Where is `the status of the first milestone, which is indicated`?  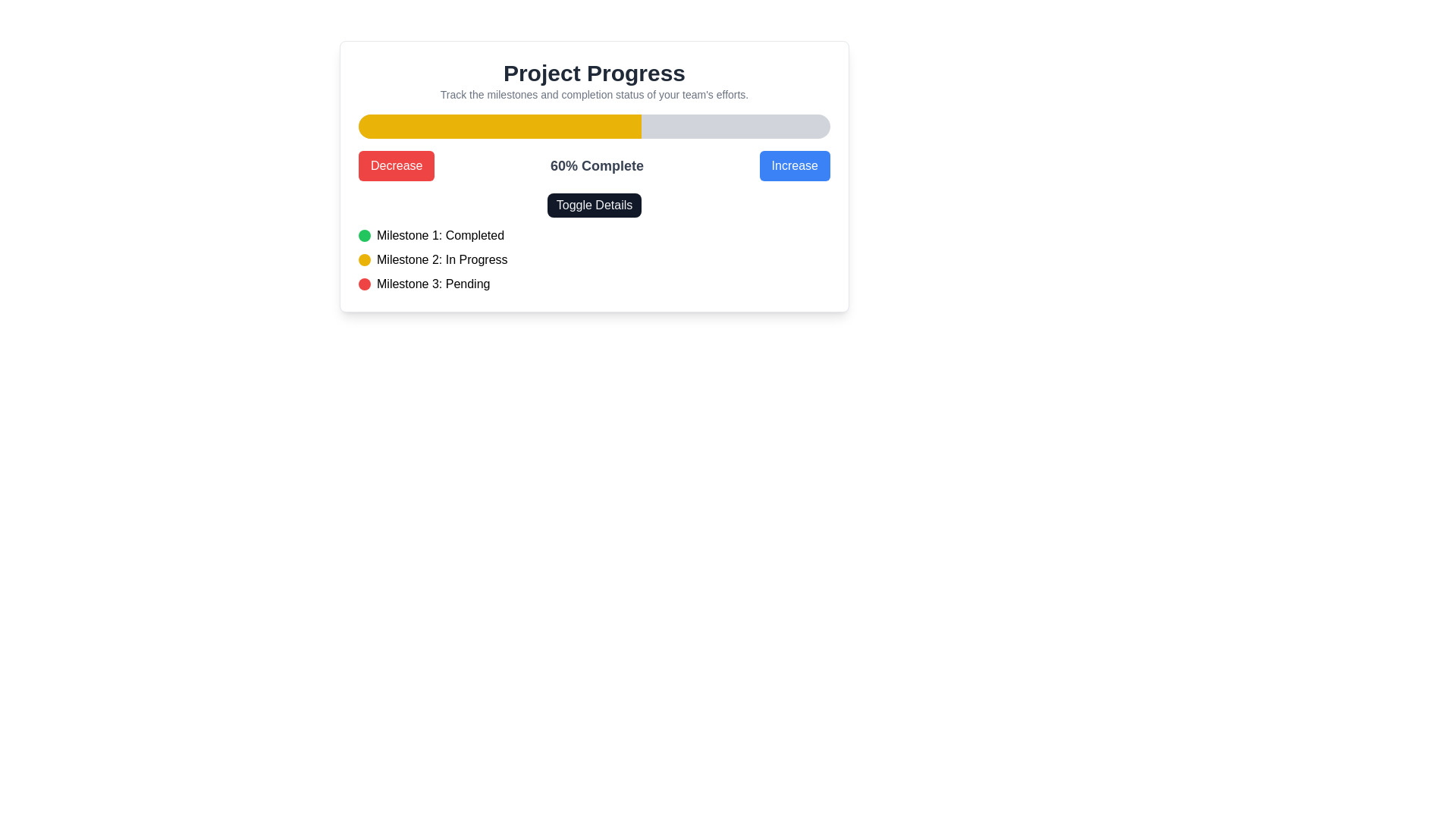
the status of the first milestone, which is indicated is located at coordinates (593, 236).